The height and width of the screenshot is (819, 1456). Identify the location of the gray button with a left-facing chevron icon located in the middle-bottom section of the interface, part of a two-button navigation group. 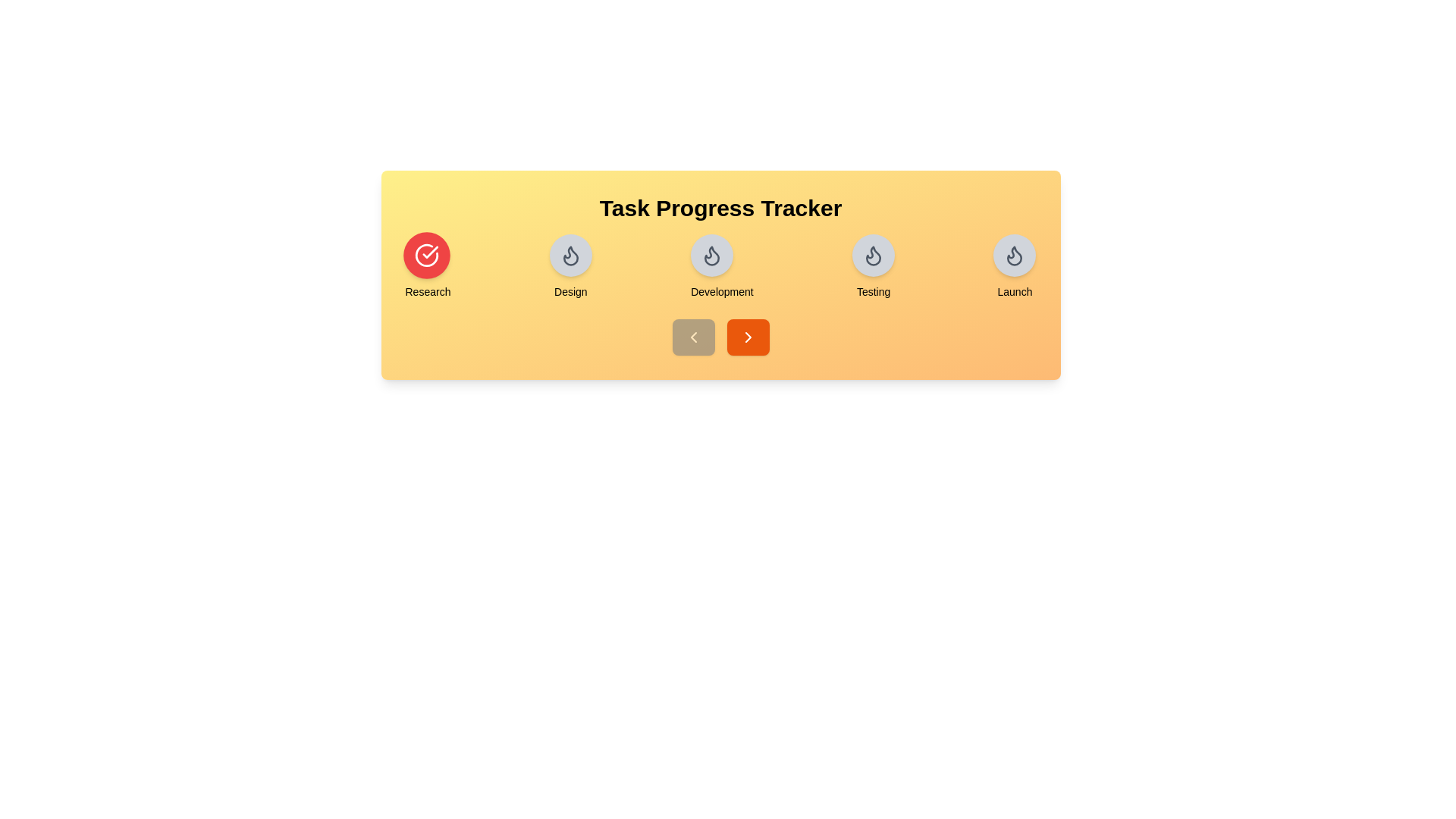
(692, 336).